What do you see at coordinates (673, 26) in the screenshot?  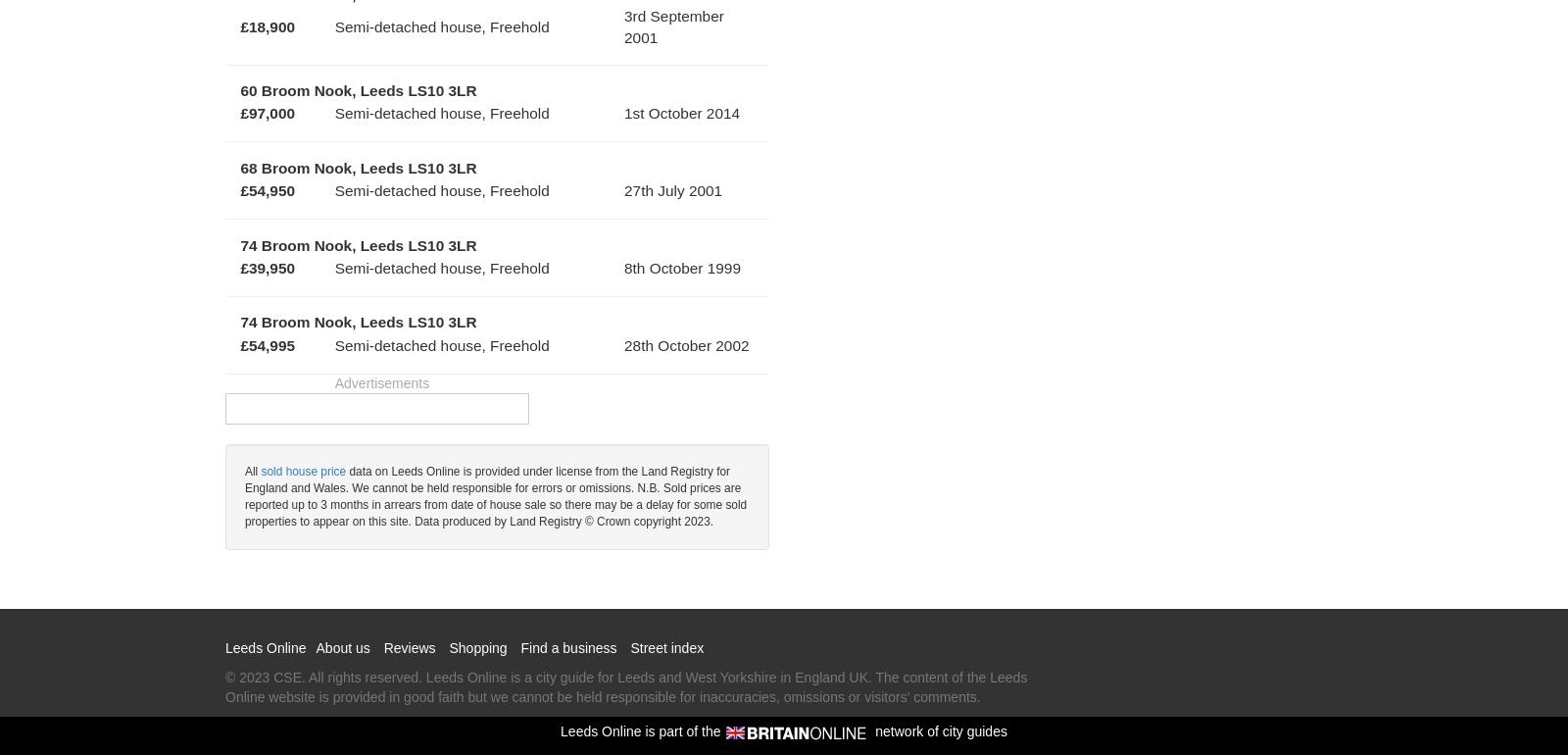 I see `'3rd September 2001'` at bounding box center [673, 26].